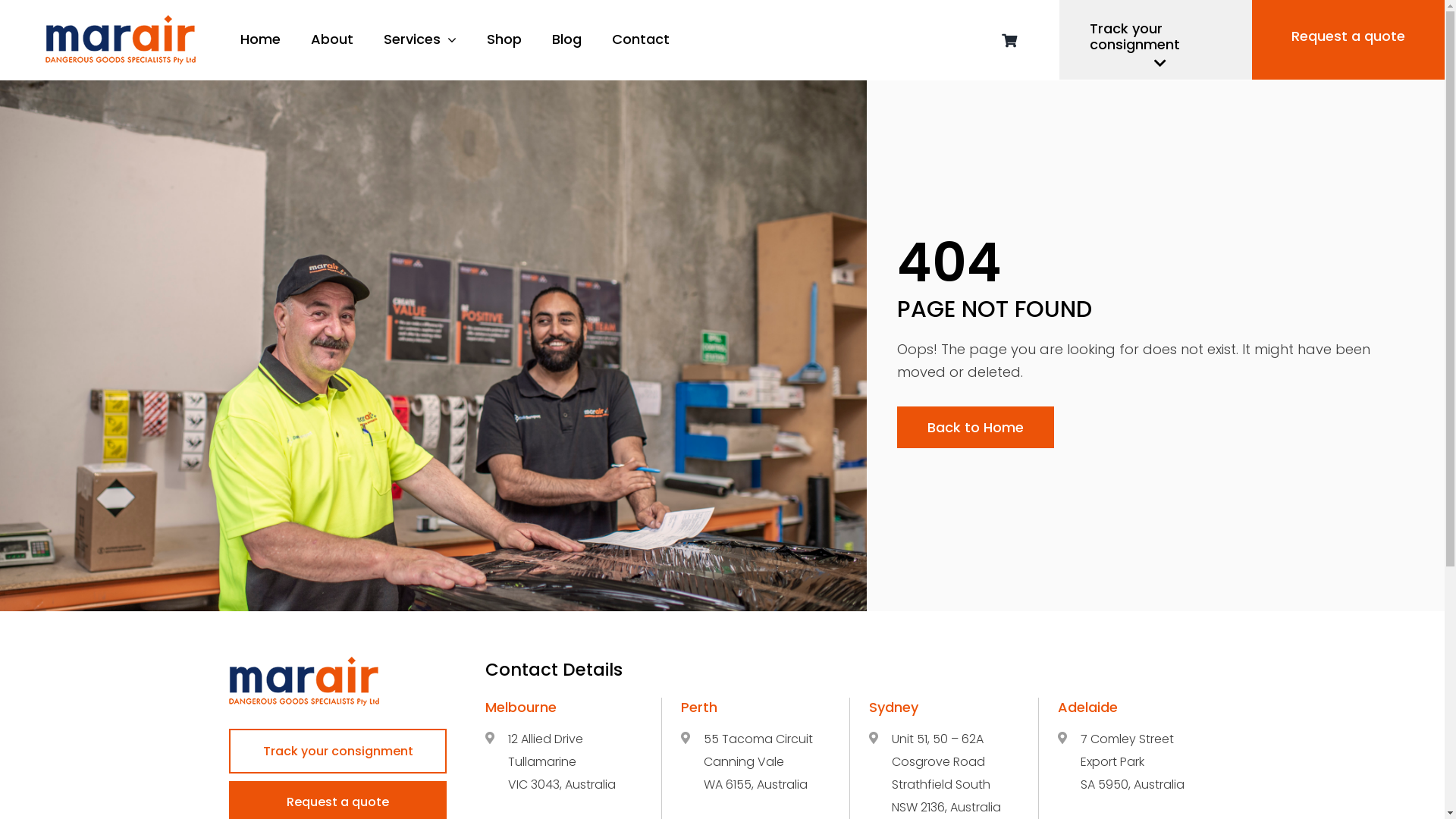 This screenshot has height=819, width=1456. What do you see at coordinates (260, 39) in the screenshot?
I see `'Home'` at bounding box center [260, 39].